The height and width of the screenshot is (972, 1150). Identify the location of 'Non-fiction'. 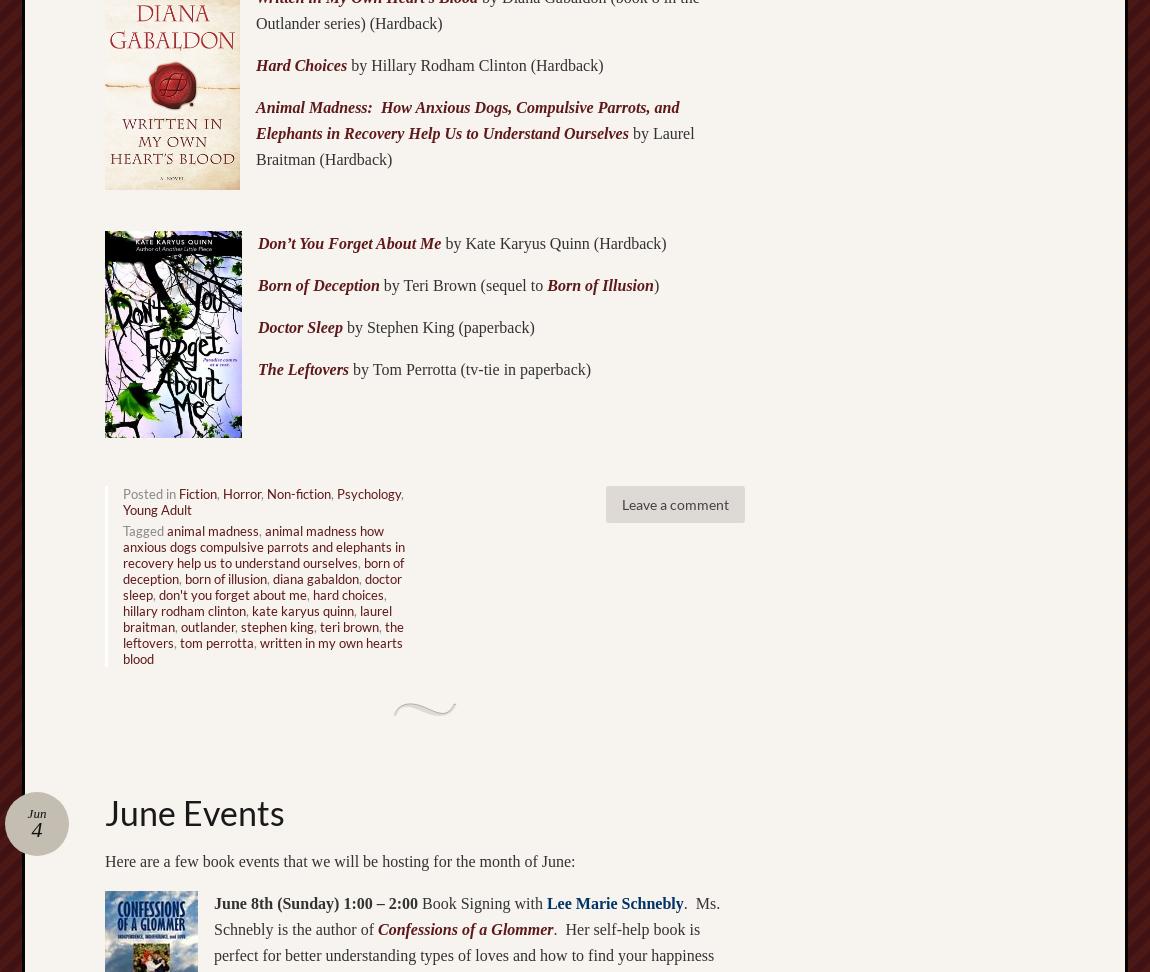
(299, 492).